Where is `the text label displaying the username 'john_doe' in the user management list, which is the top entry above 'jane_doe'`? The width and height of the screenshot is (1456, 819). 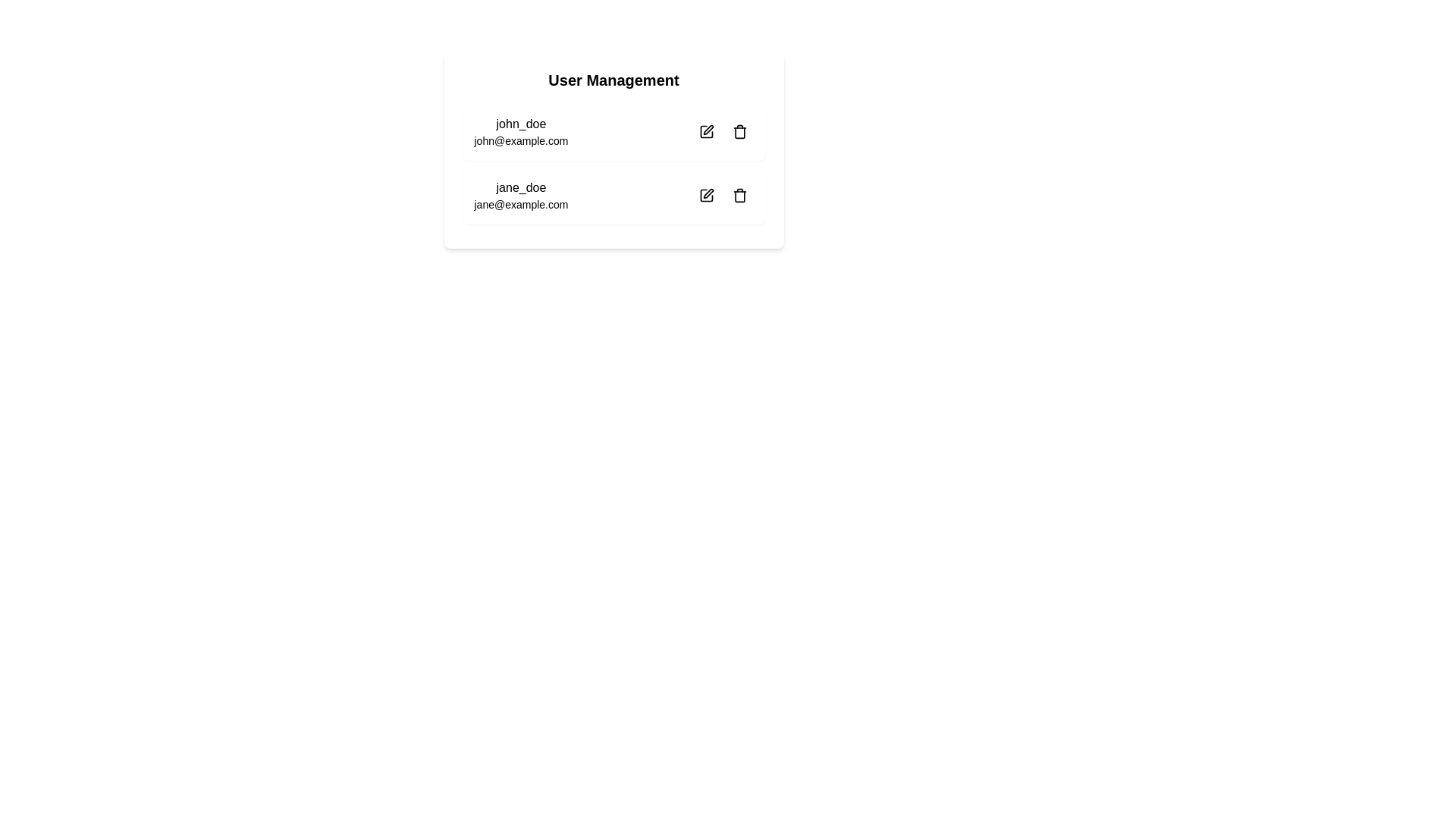 the text label displaying the username 'john_doe' in the user management list, which is the top entry above 'jane_doe' is located at coordinates (521, 124).